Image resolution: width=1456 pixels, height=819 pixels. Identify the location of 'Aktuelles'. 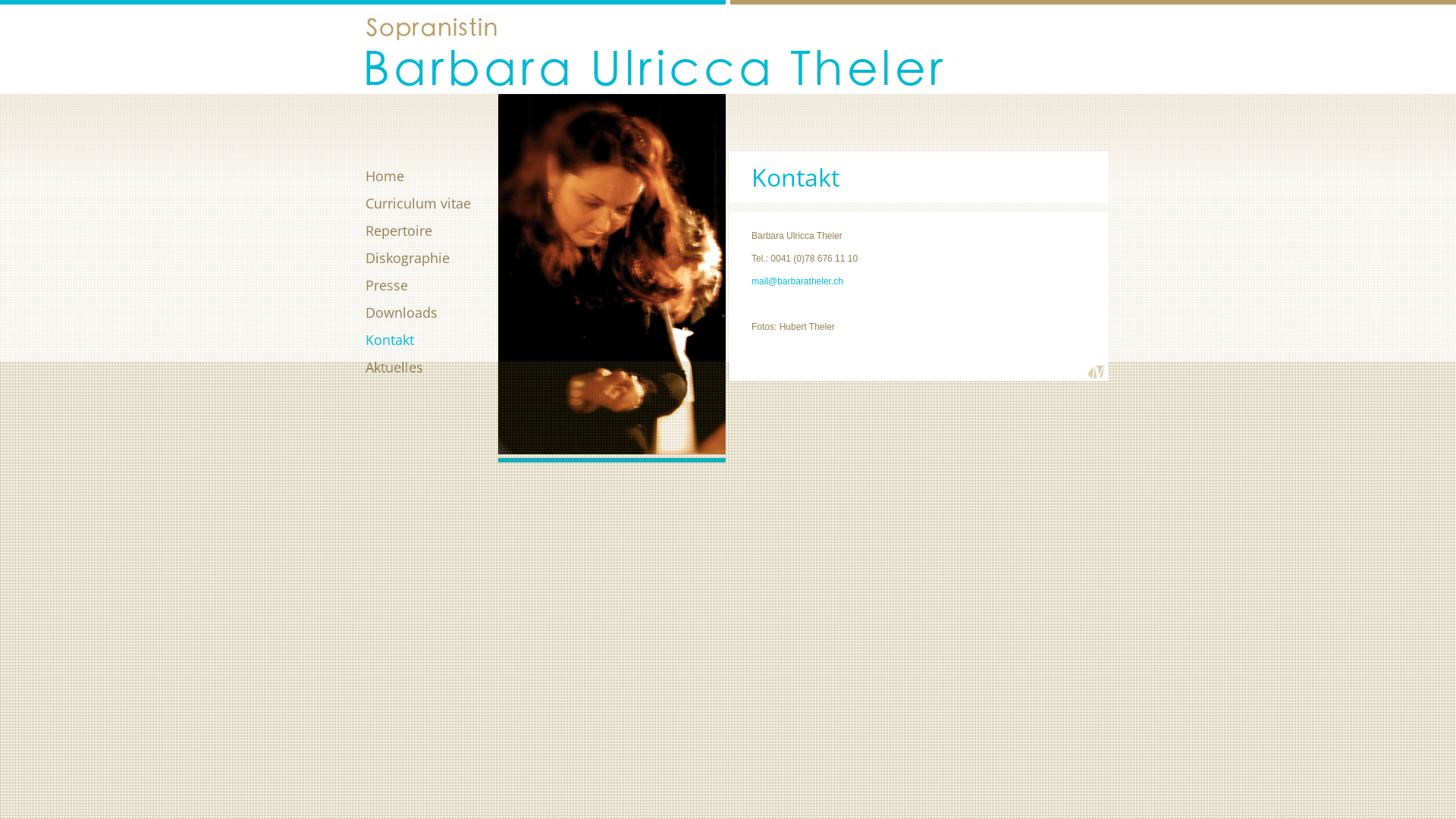
(431, 366).